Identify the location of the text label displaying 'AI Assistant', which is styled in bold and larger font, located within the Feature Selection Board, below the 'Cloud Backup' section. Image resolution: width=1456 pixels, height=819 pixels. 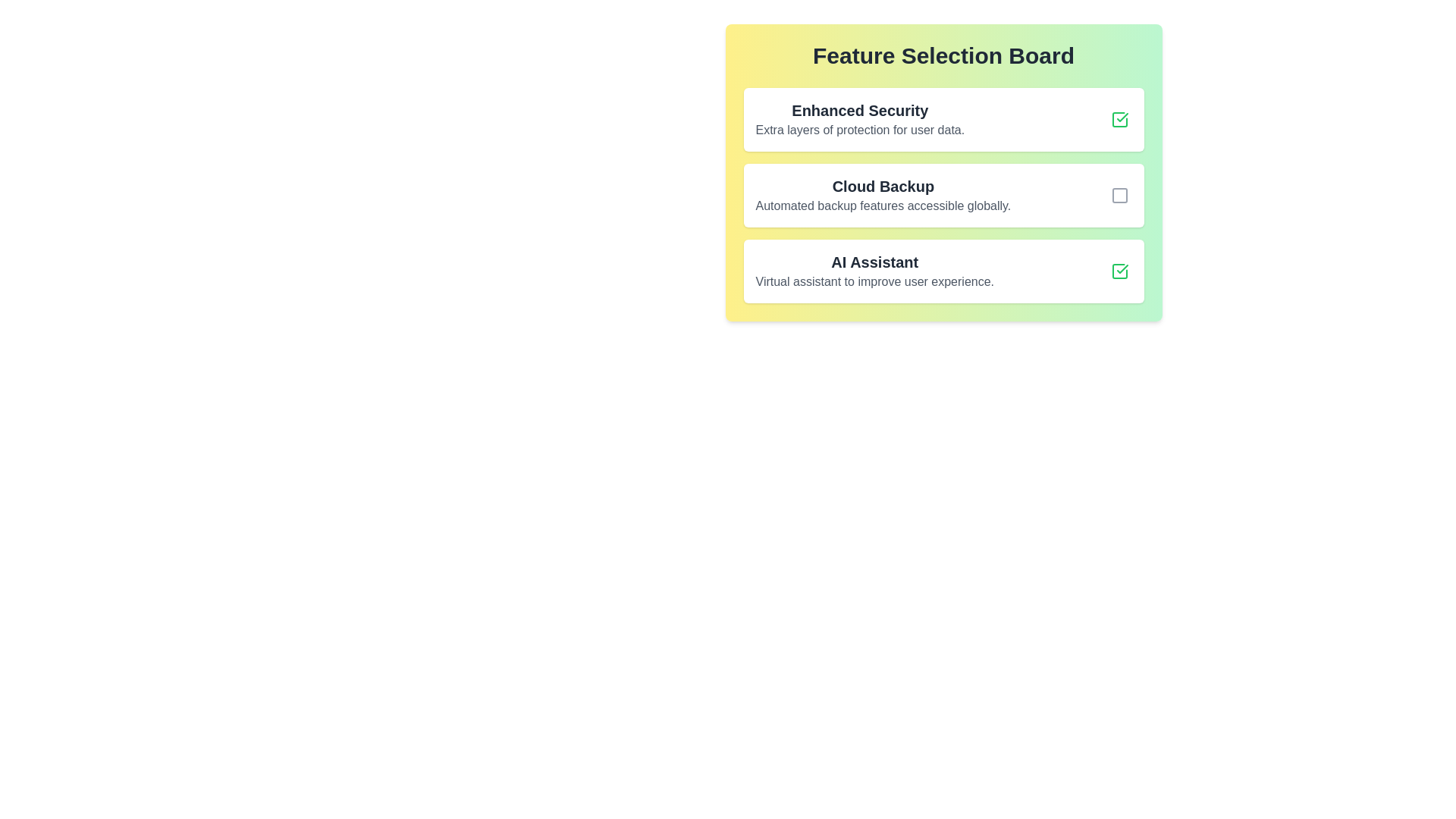
(874, 262).